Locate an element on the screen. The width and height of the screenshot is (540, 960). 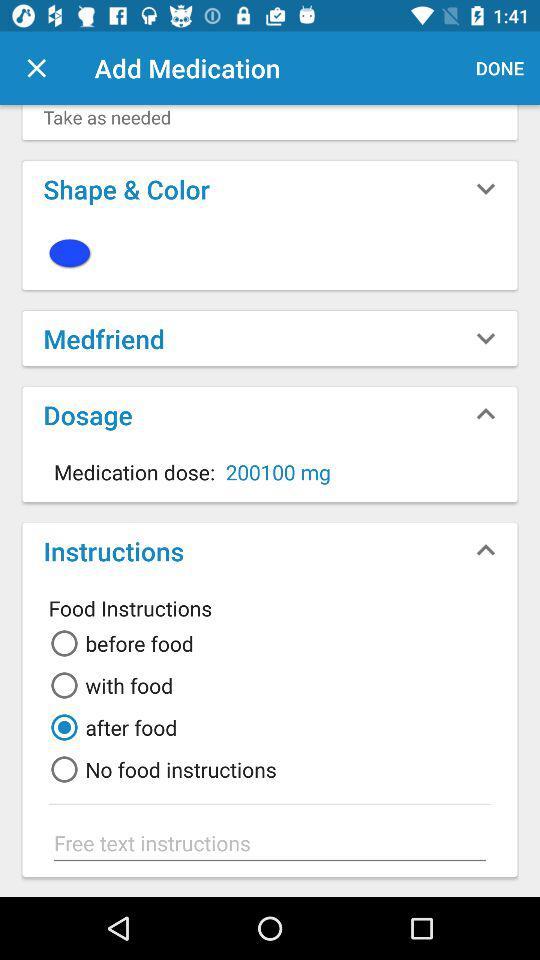
item below the with food item is located at coordinates (110, 726).